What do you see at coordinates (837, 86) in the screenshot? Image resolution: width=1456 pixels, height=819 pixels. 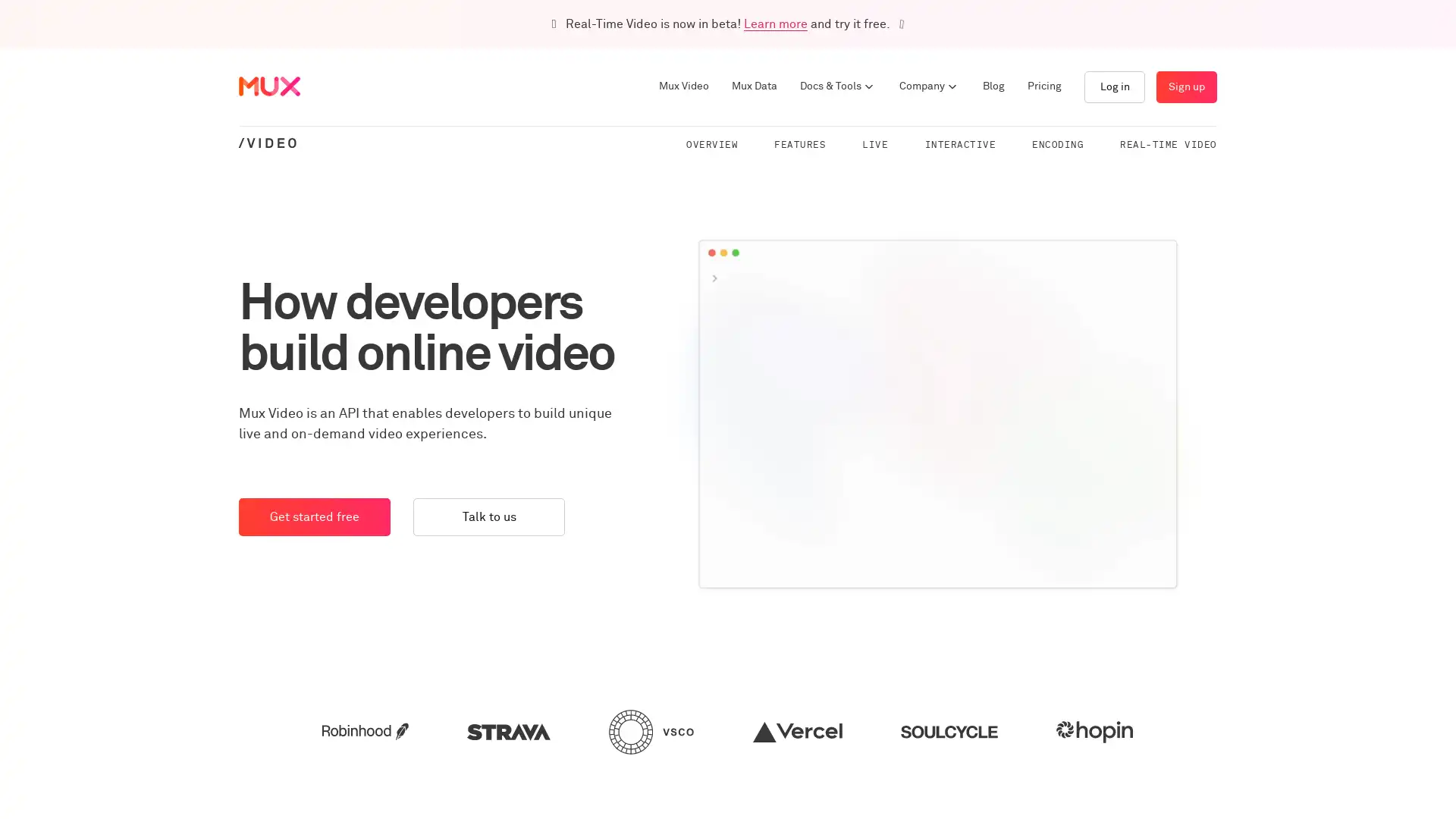 I see `Docs & Tools` at bounding box center [837, 86].